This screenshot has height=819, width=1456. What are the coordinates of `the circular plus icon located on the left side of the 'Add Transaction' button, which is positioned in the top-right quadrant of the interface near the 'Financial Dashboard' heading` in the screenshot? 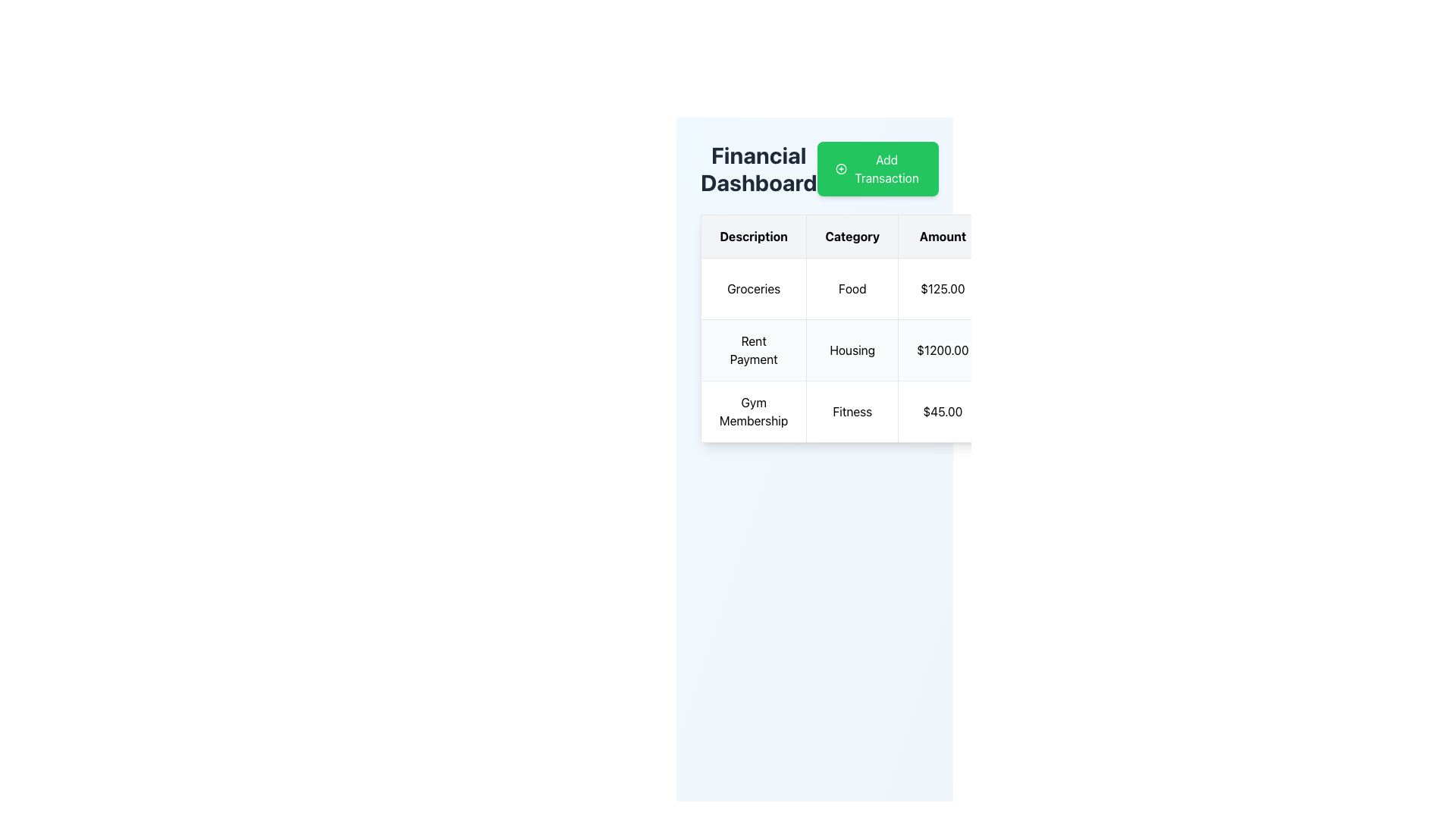 It's located at (840, 169).